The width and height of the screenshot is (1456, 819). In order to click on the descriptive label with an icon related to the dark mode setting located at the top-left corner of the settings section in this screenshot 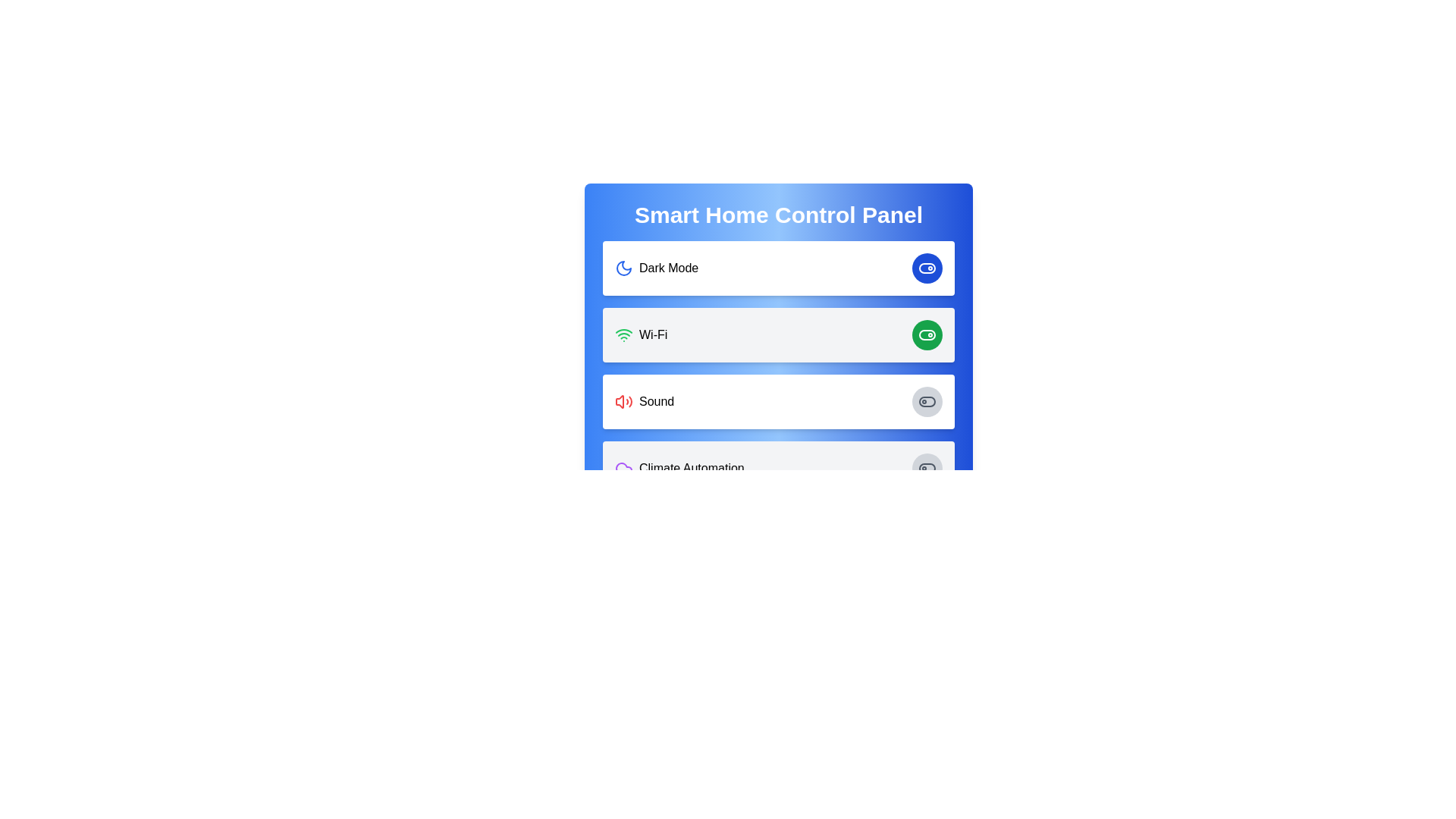, I will do `click(657, 268)`.